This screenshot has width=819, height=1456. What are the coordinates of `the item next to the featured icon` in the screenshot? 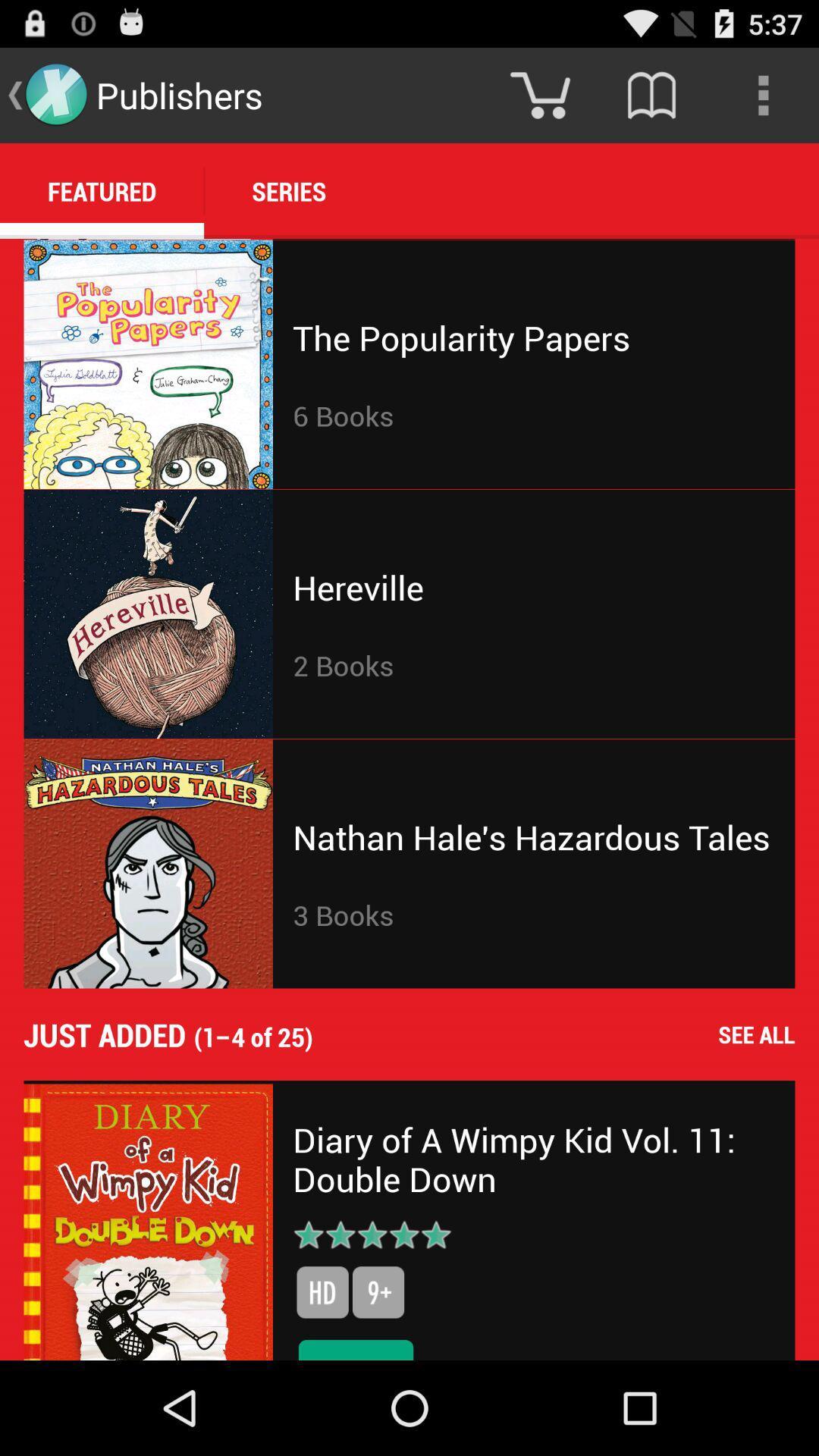 It's located at (289, 190).